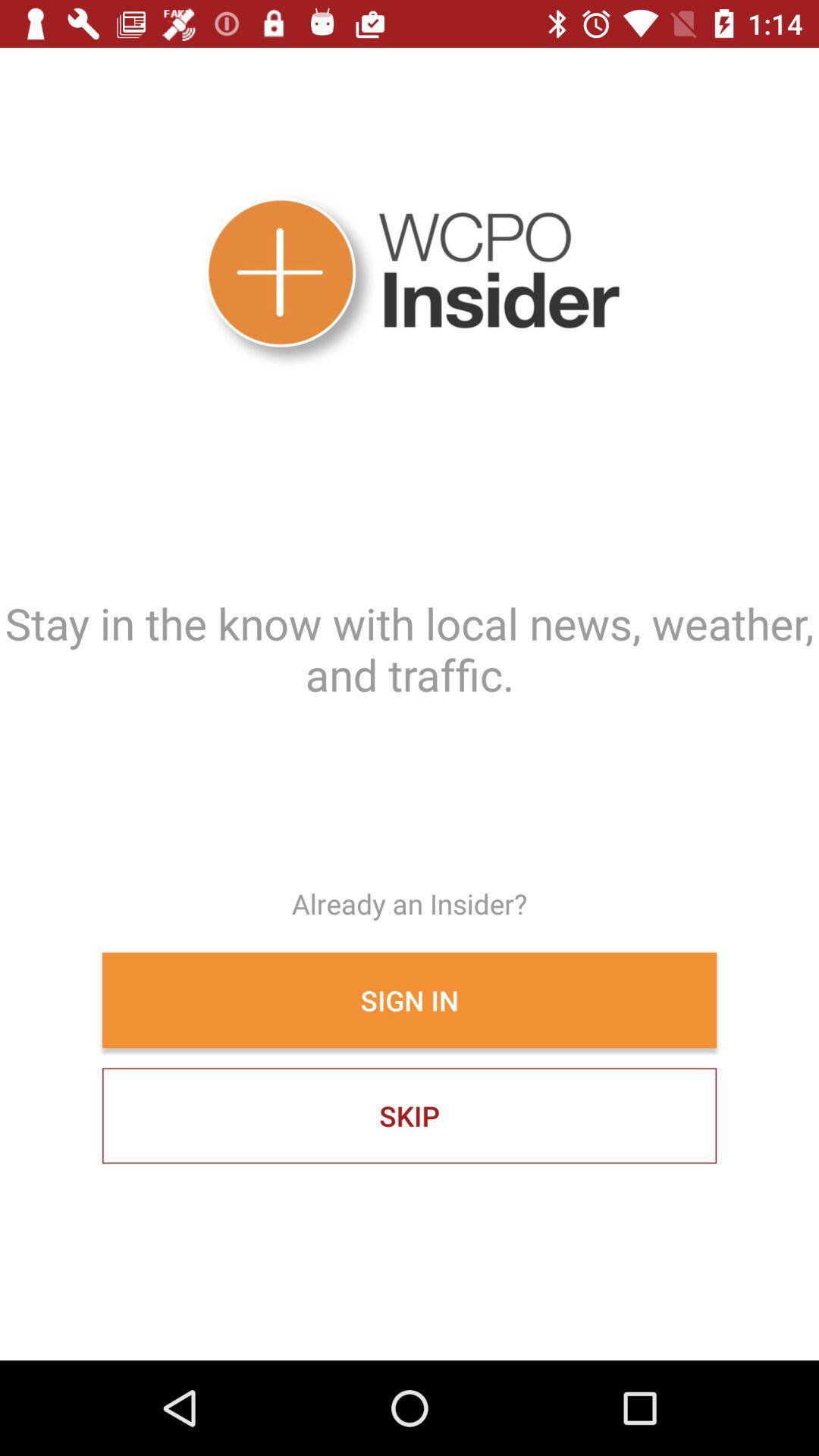 The image size is (819, 1456). Describe the element at coordinates (409, 1000) in the screenshot. I see `sign in` at that location.